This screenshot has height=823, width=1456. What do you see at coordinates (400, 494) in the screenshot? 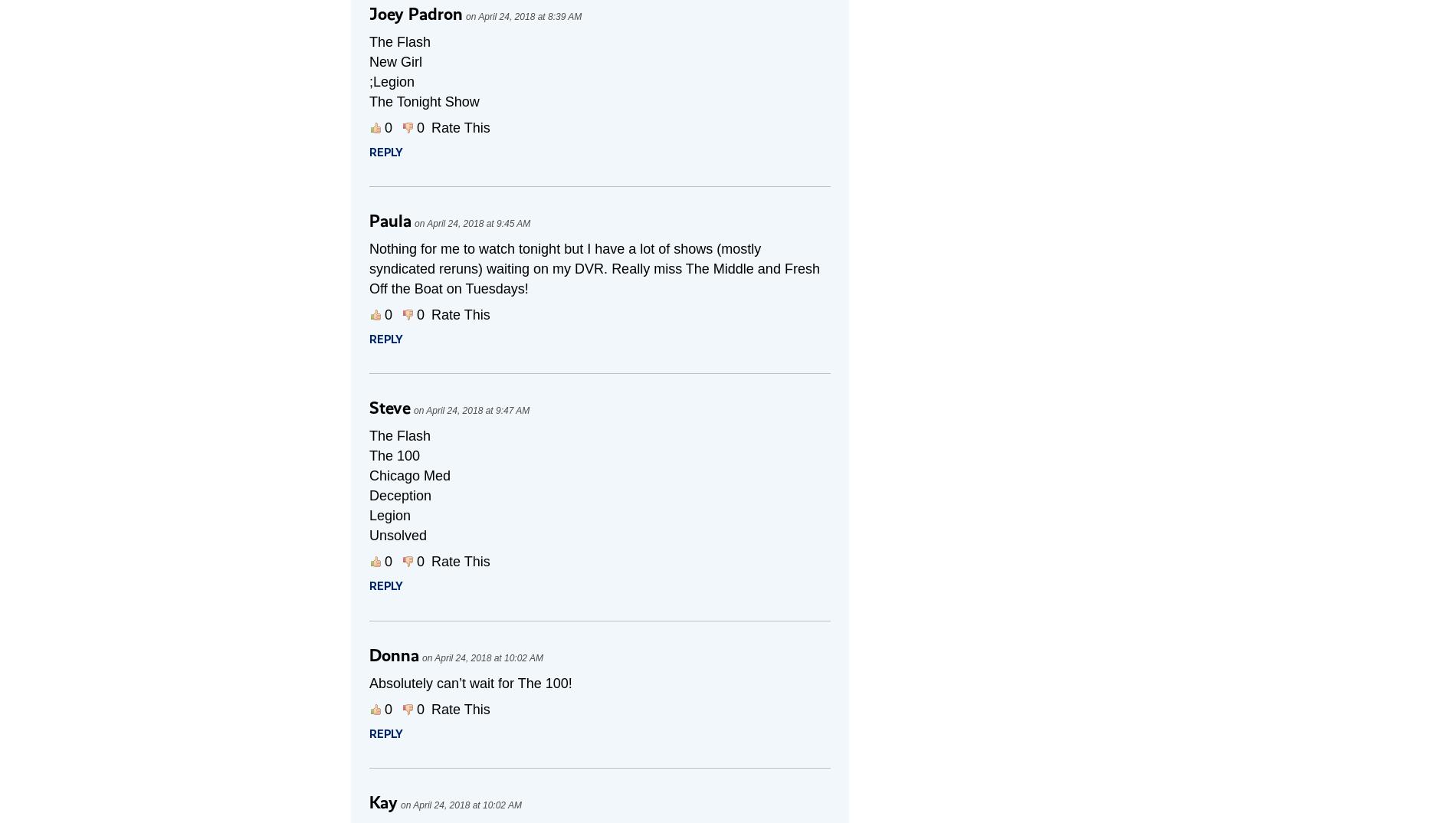
I see `'Deception'` at bounding box center [400, 494].